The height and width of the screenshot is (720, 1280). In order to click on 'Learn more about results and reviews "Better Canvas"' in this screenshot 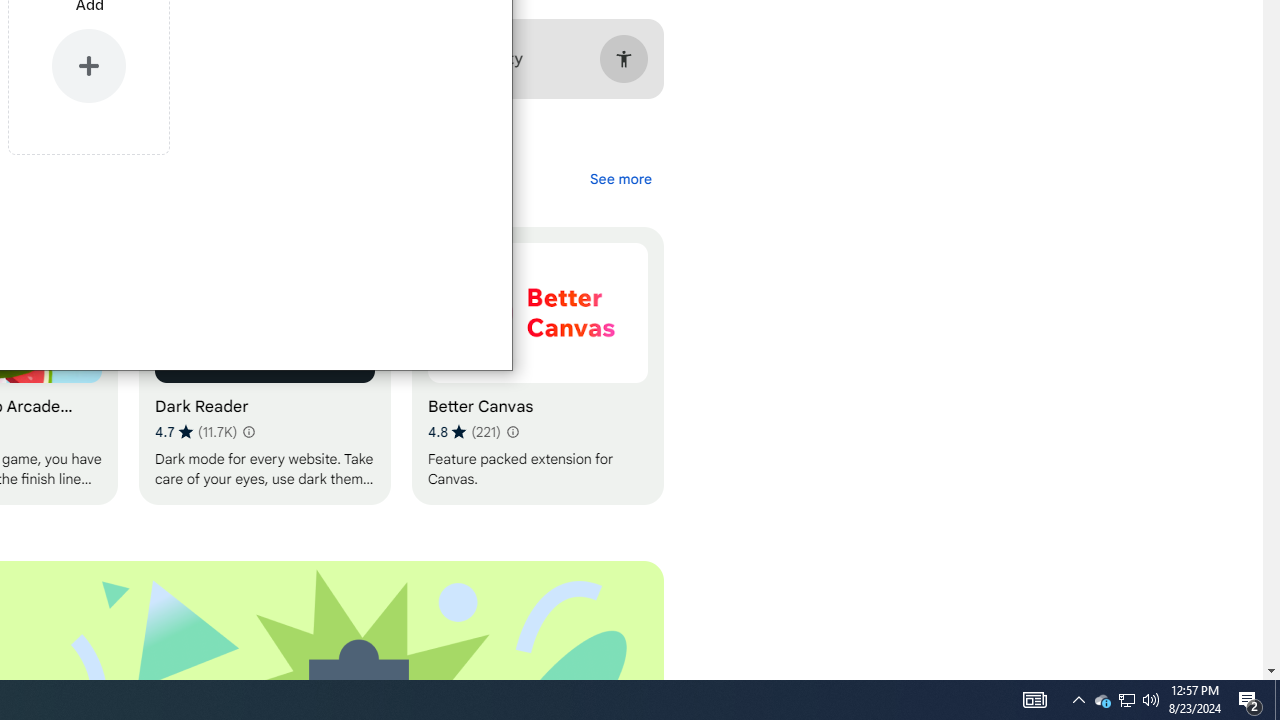, I will do `click(512, 431)`.